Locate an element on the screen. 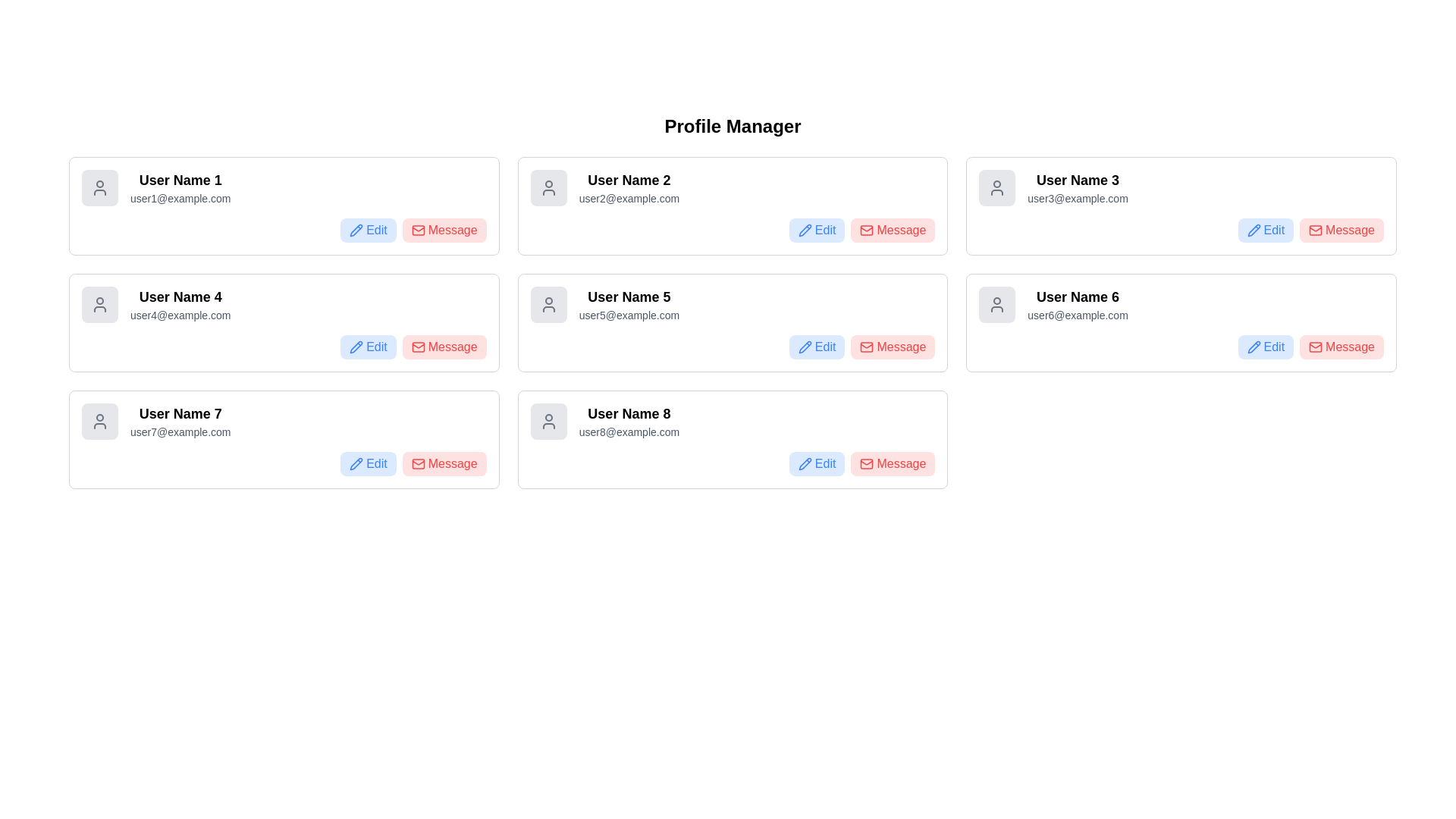 Image resolution: width=1456 pixels, height=819 pixels. the static text display element that prominently shows 'User Name 6' in bold, black, serif-styled font, positioned at the top of the profile card is located at coordinates (1077, 297).